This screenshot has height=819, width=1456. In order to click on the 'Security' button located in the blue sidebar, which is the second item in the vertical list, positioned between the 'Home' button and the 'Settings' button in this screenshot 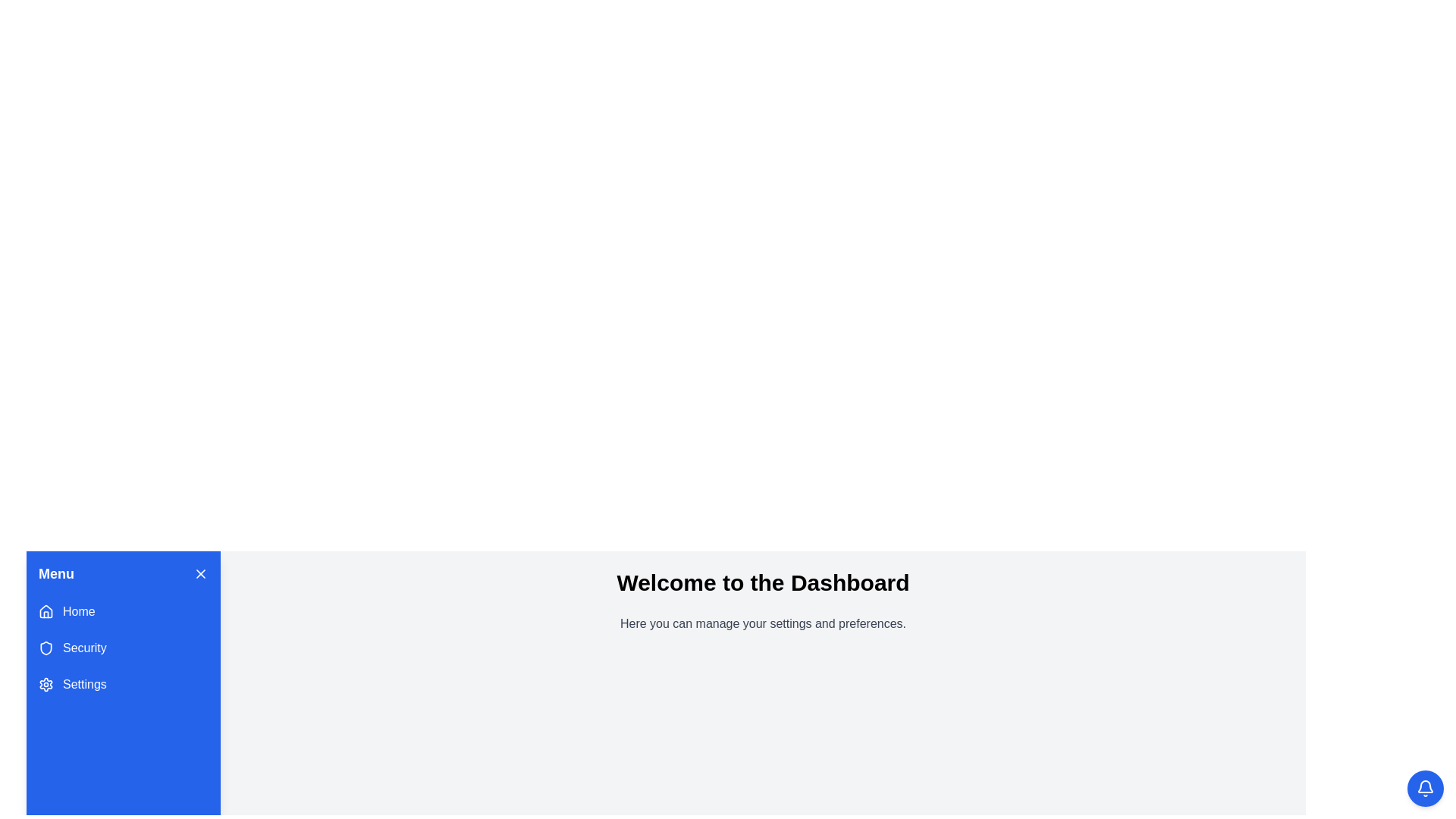, I will do `click(124, 648)`.